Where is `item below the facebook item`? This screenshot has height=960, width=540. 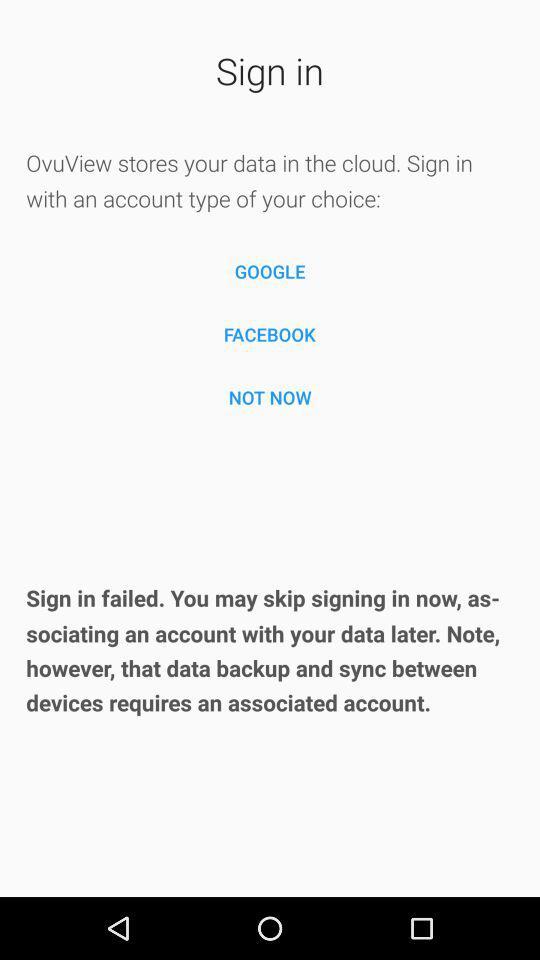
item below the facebook item is located at coordinates (270, 396).